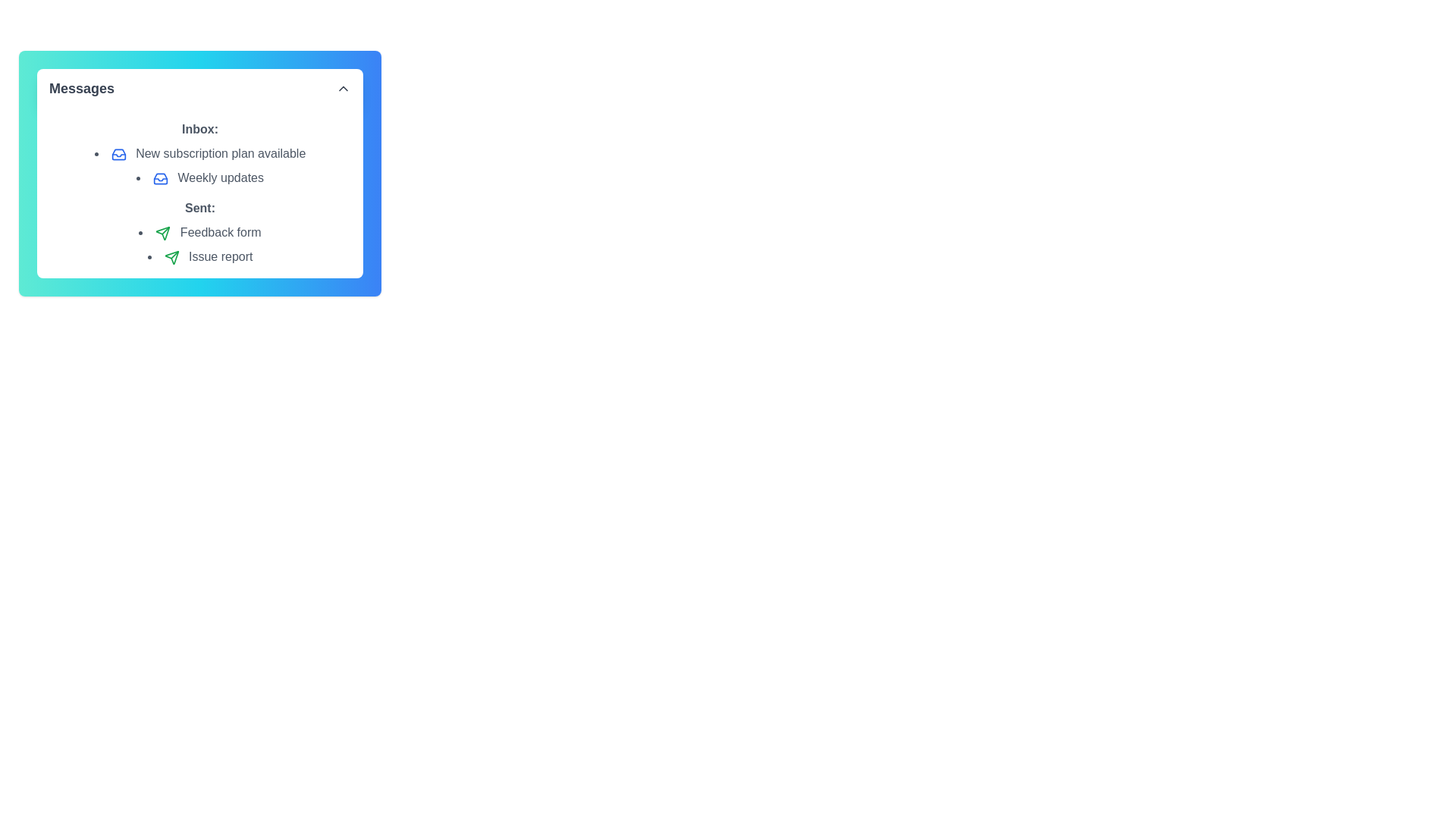  Describe the element at coordinates (171, 256) in the screenshot. I see `the representation of the 'Sent' messages icon, which is a green paper plane located in the 'Messages' section, just before the 'Feedback form' text` at that location.